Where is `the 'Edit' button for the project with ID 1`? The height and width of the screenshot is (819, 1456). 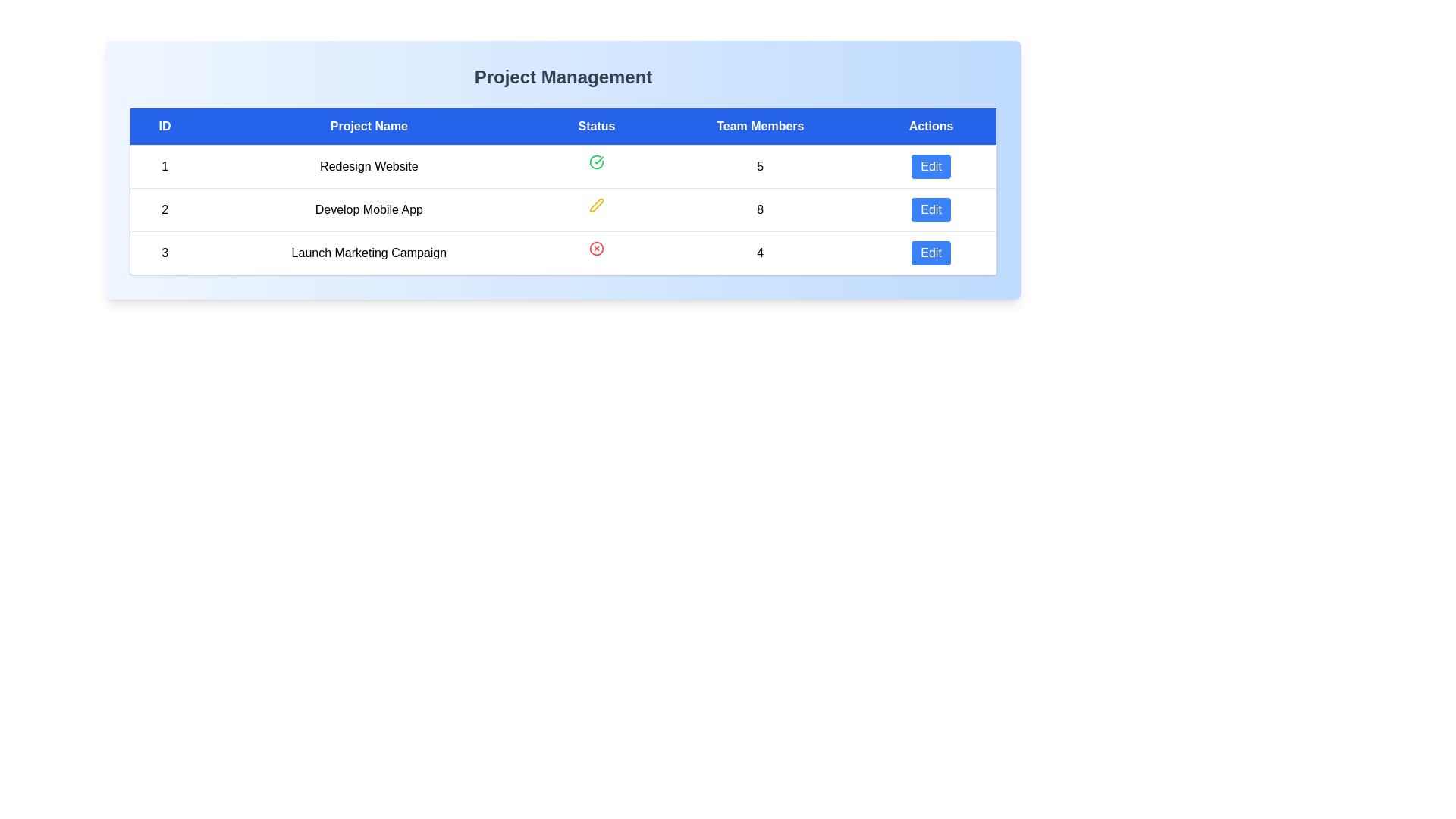
the 'Edit' button for the project with ID 1 is located at coordinates (930, 166).